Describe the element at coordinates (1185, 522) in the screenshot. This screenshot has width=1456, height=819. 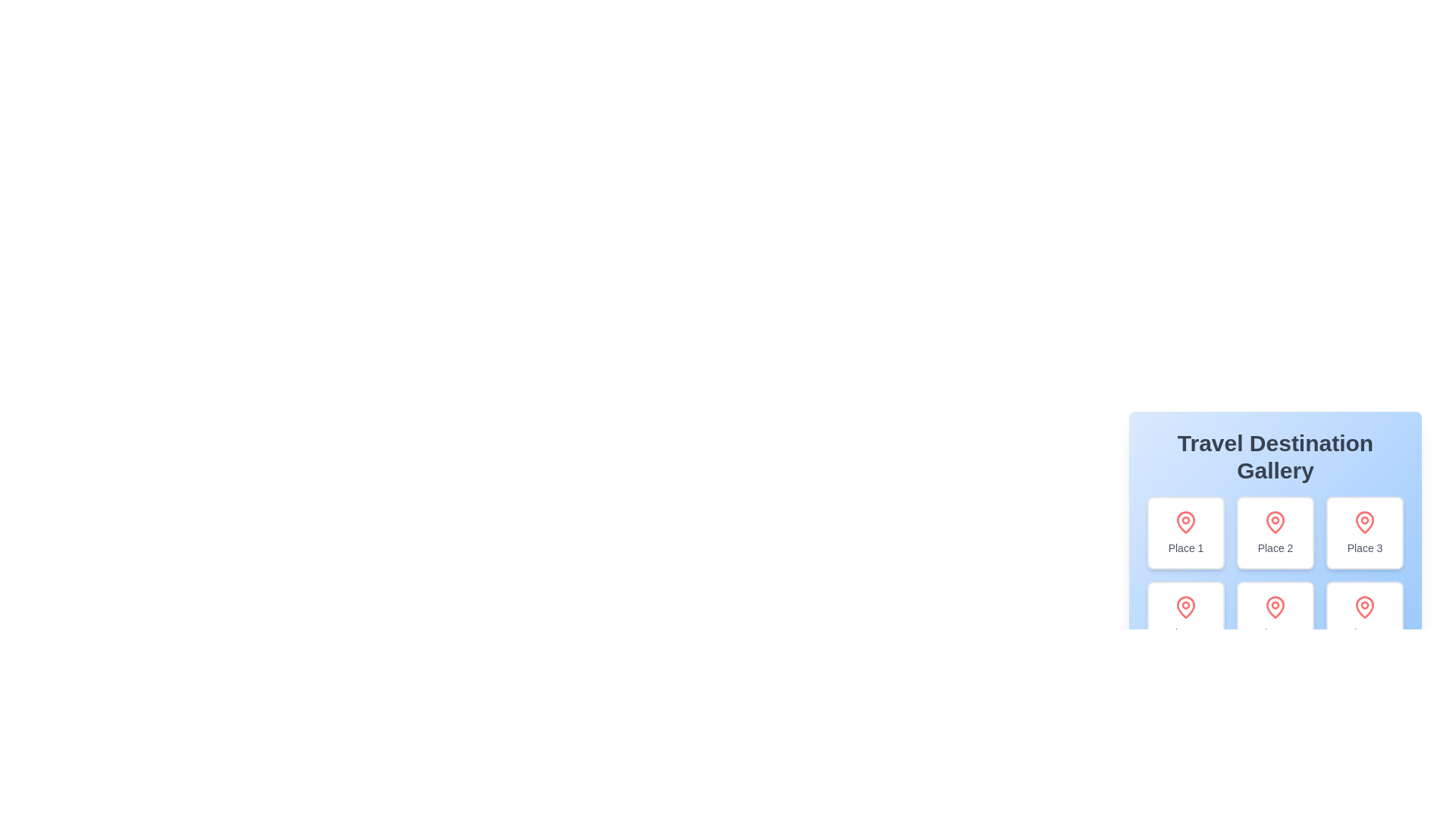
I see `the red map pin icon located at the top of the 'Place 1' card in the grid` at that location.